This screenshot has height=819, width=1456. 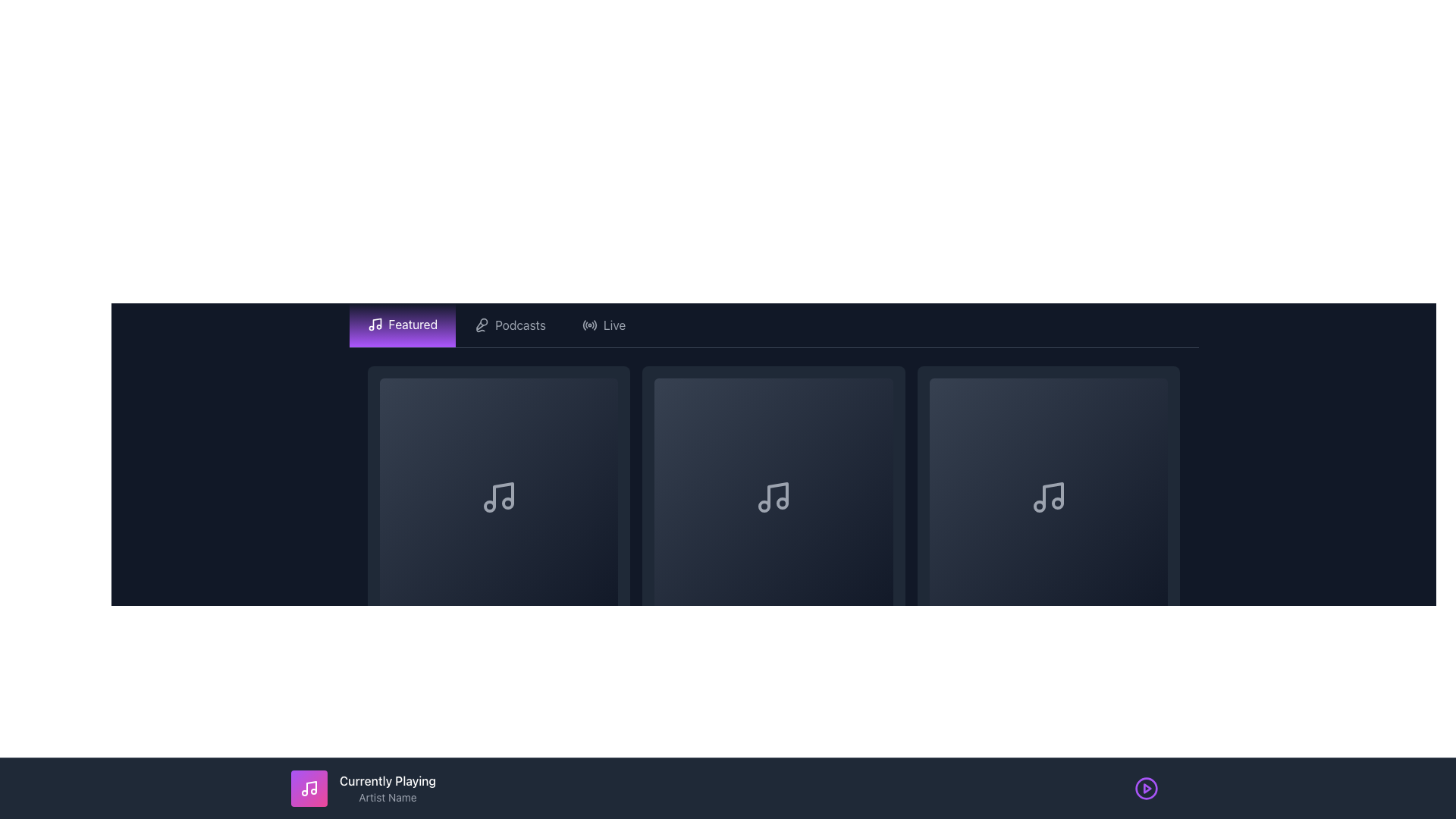 I want to click on the circular button with a purple outline and a play icon located at the rightmost side of the bottom bar, so click(x=1147, y=788).